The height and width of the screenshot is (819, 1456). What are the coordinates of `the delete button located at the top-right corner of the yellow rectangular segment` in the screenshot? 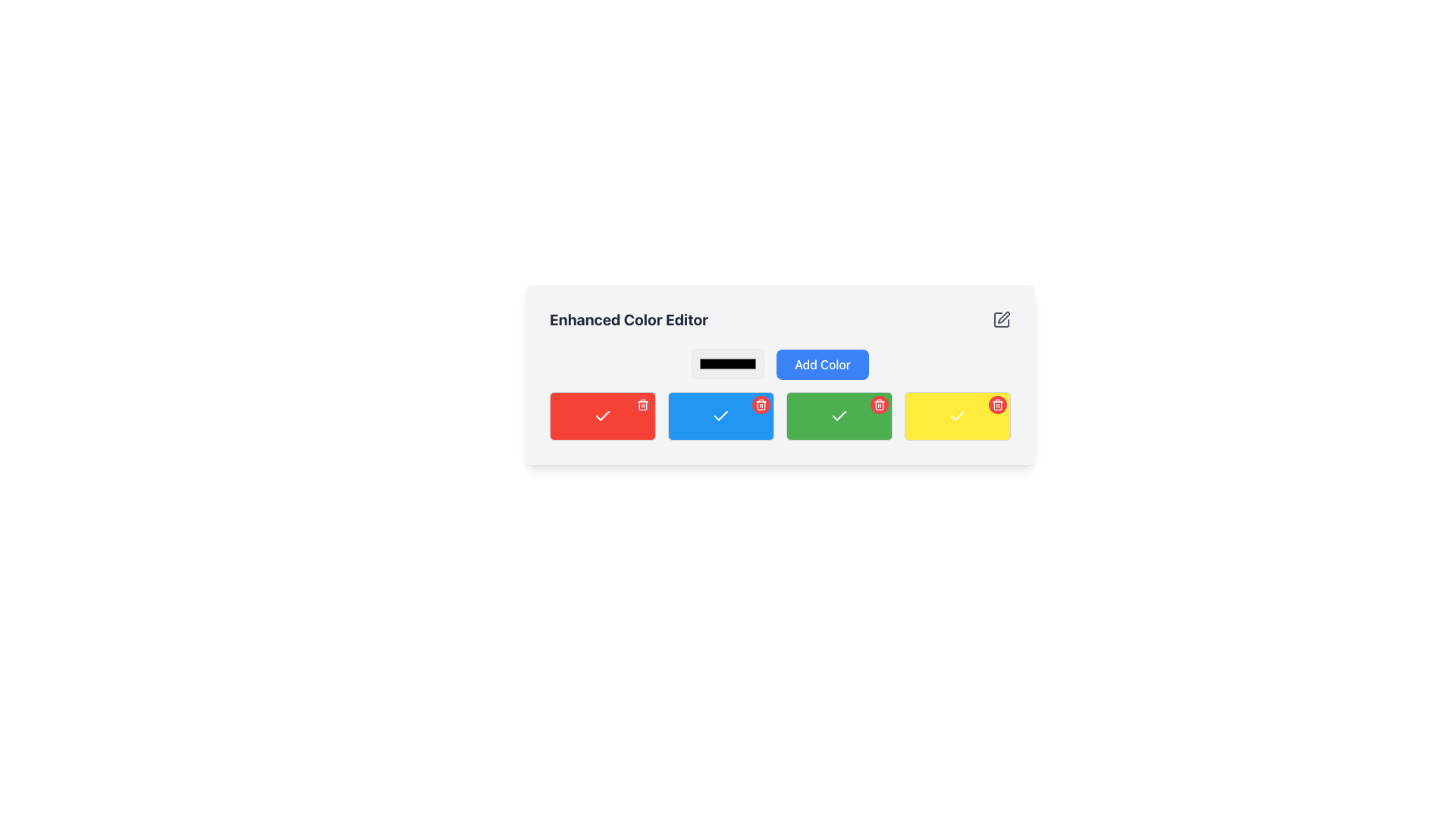 It's located at (997, 403).